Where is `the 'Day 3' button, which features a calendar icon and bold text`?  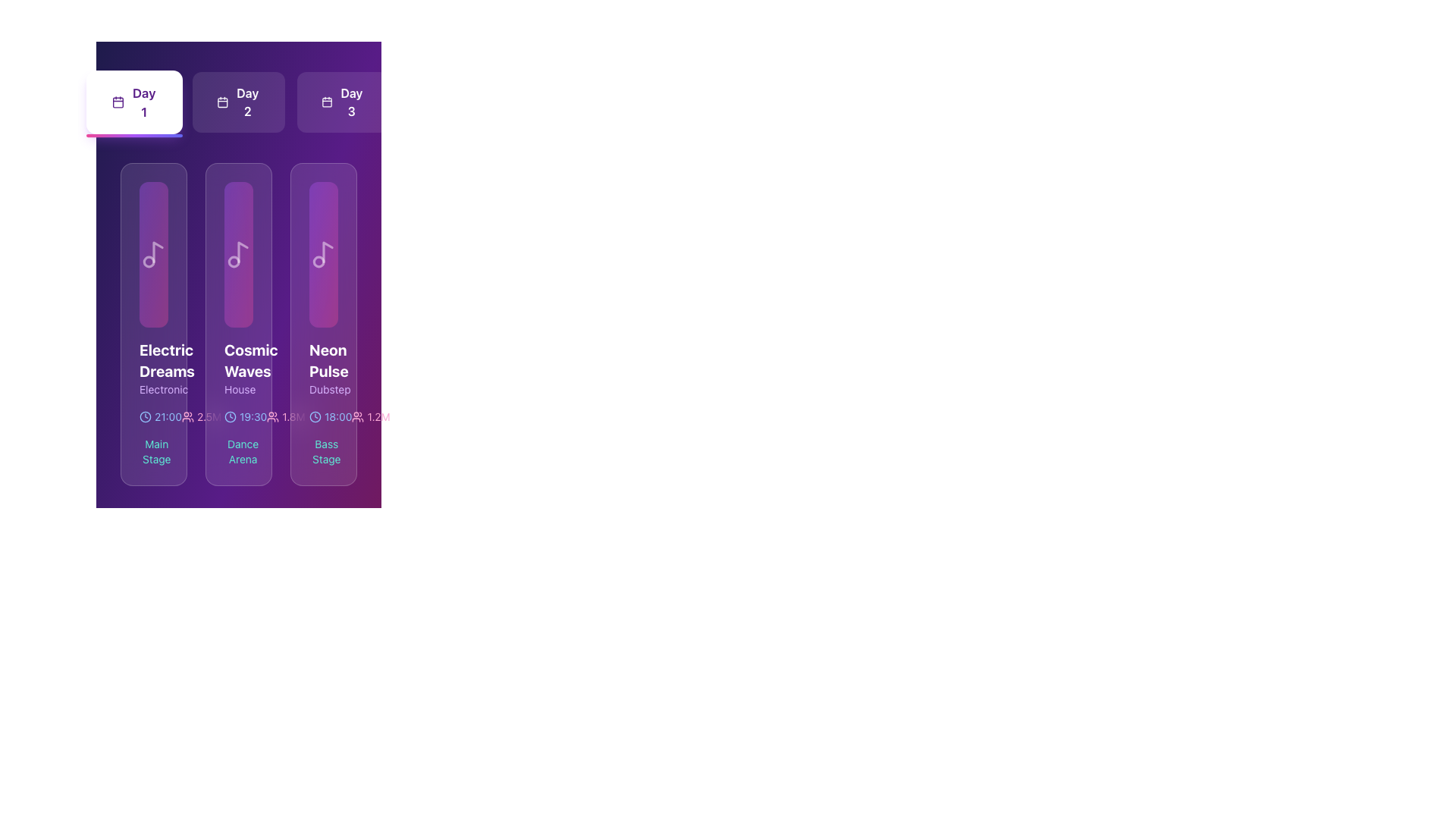 the 'Day 3' button, which features a calendar icon and bold text is located at coordinates (342, 102).